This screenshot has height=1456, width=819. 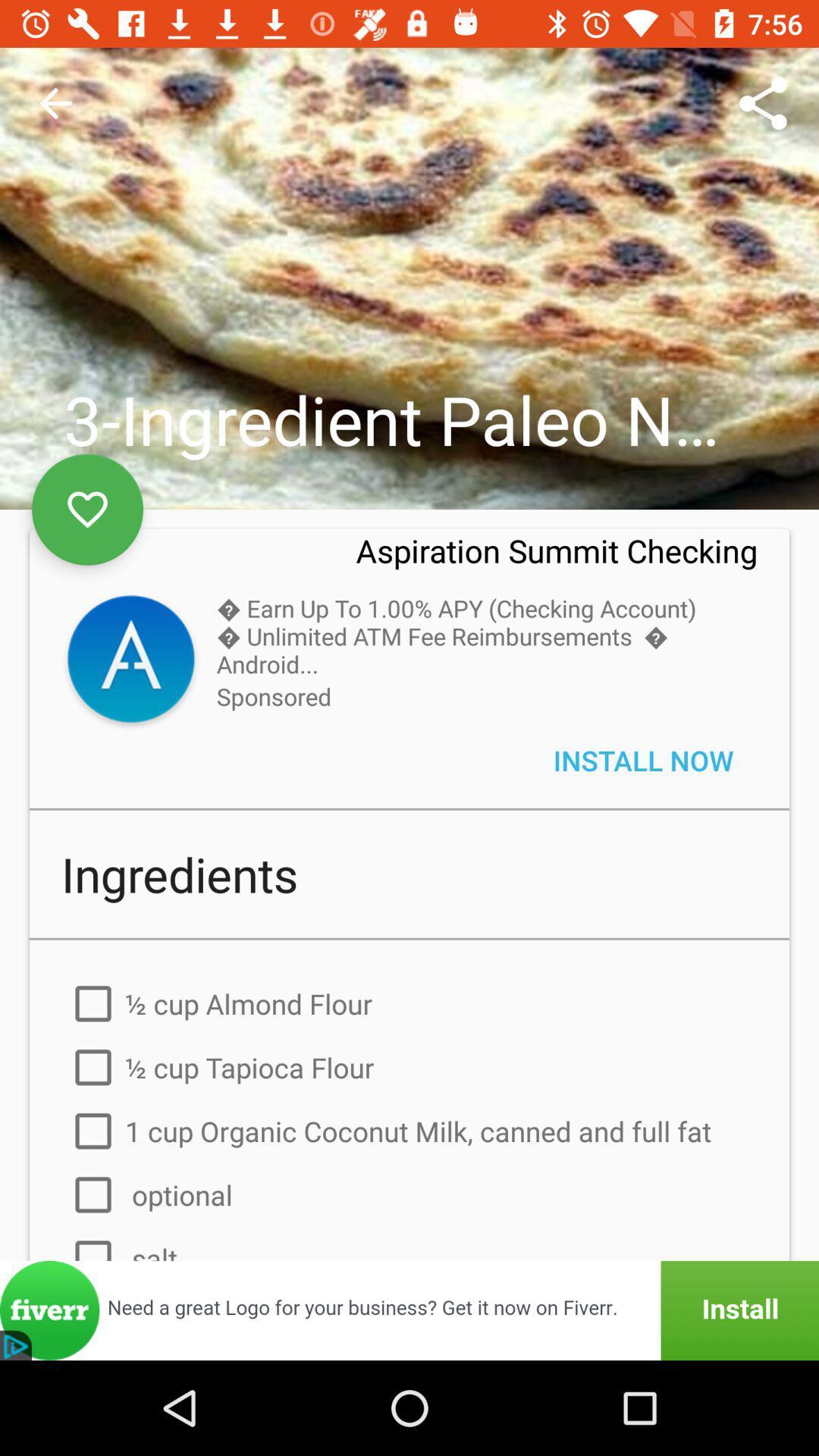 I want to click on like recipe, so click(x=87, y=510).